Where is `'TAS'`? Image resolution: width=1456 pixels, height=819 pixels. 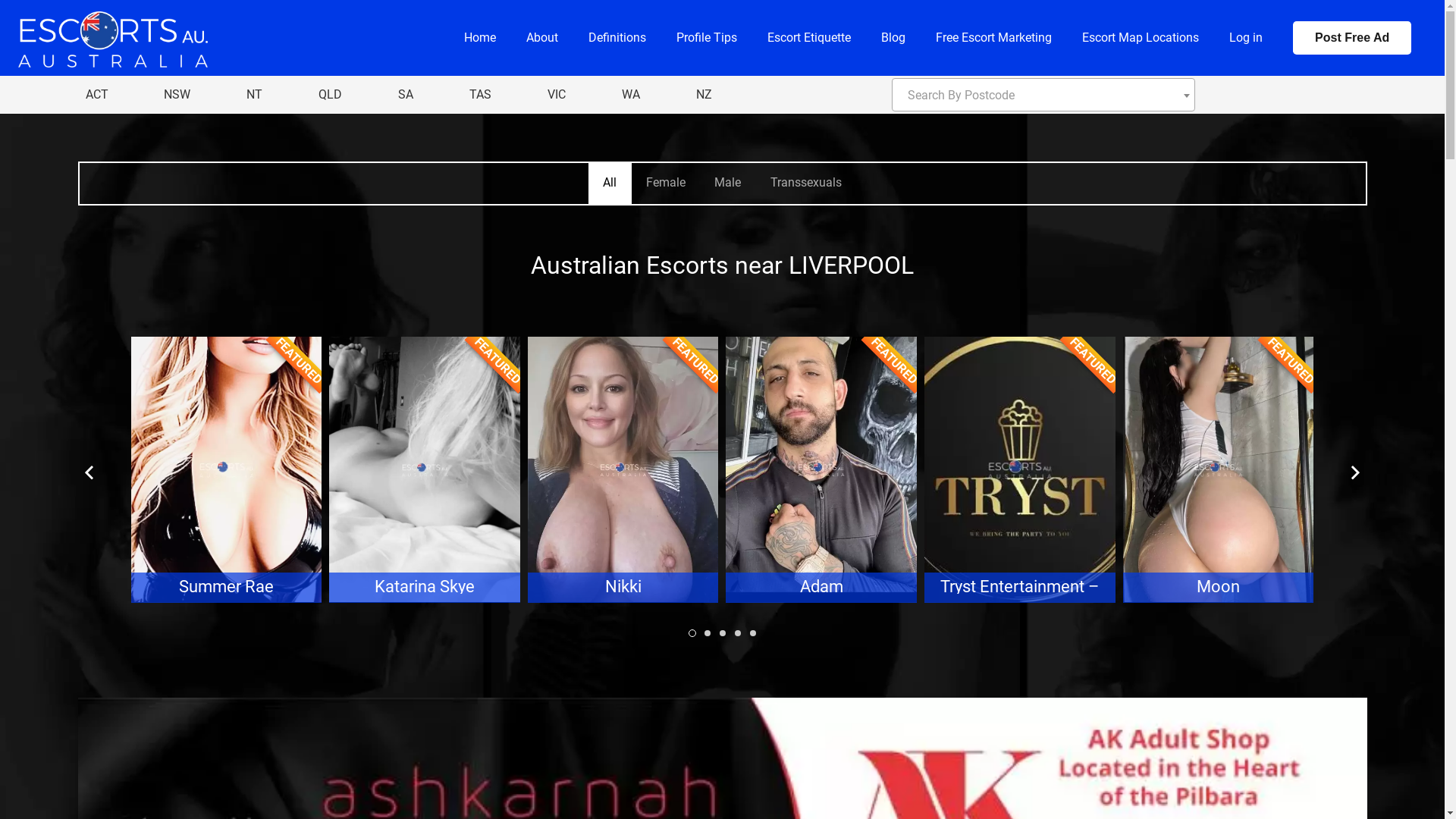 'TAS' is located at coordinates (479, 94).